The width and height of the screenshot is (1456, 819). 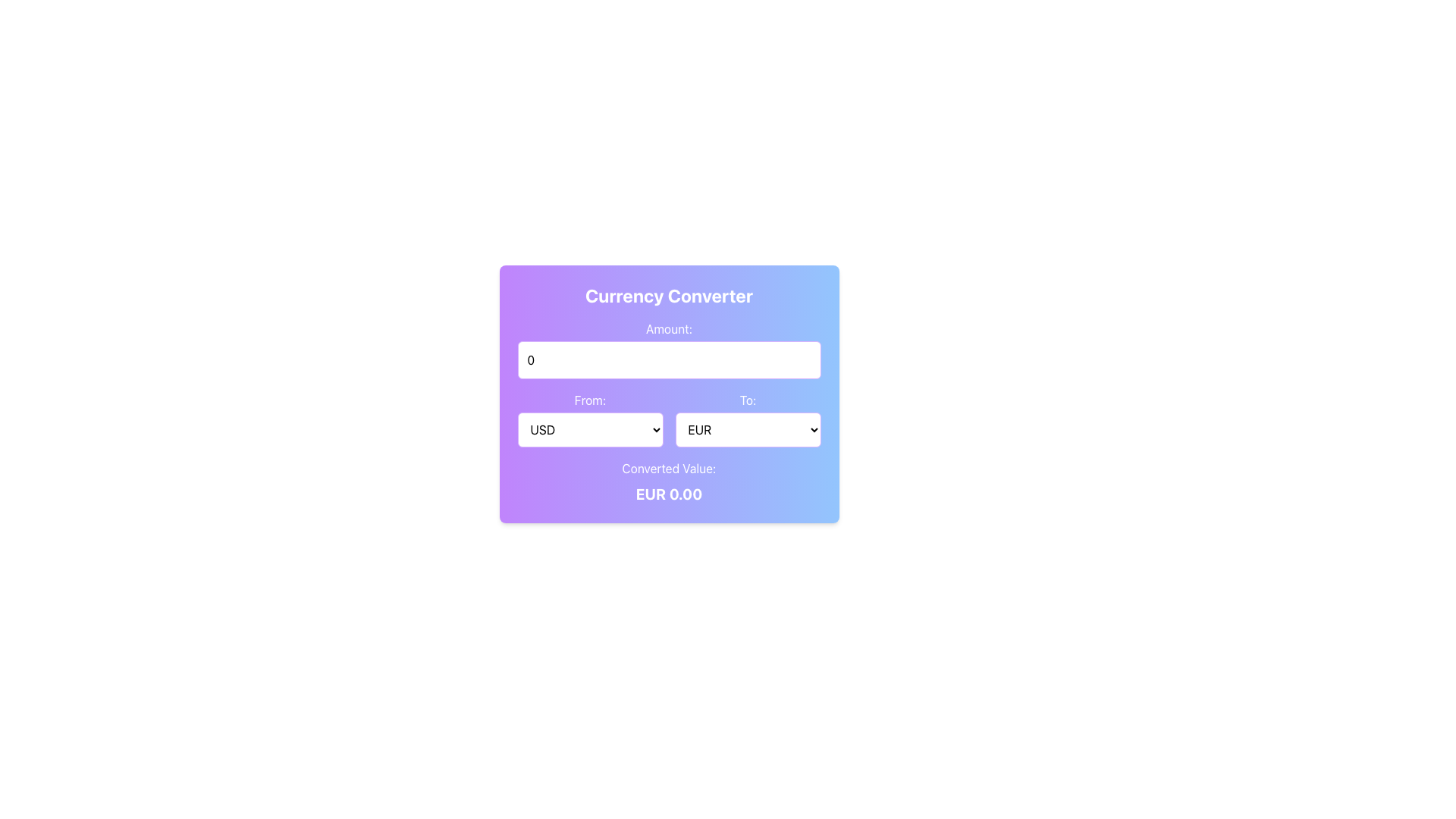 What do you see at coordinates (589, 400) in the screenshot?
I see `the Text Label that indicates the currency selection for the dropdown menu labeled 'USD', located in the middle-left portion of the modal` at bounding box center [589, 400].